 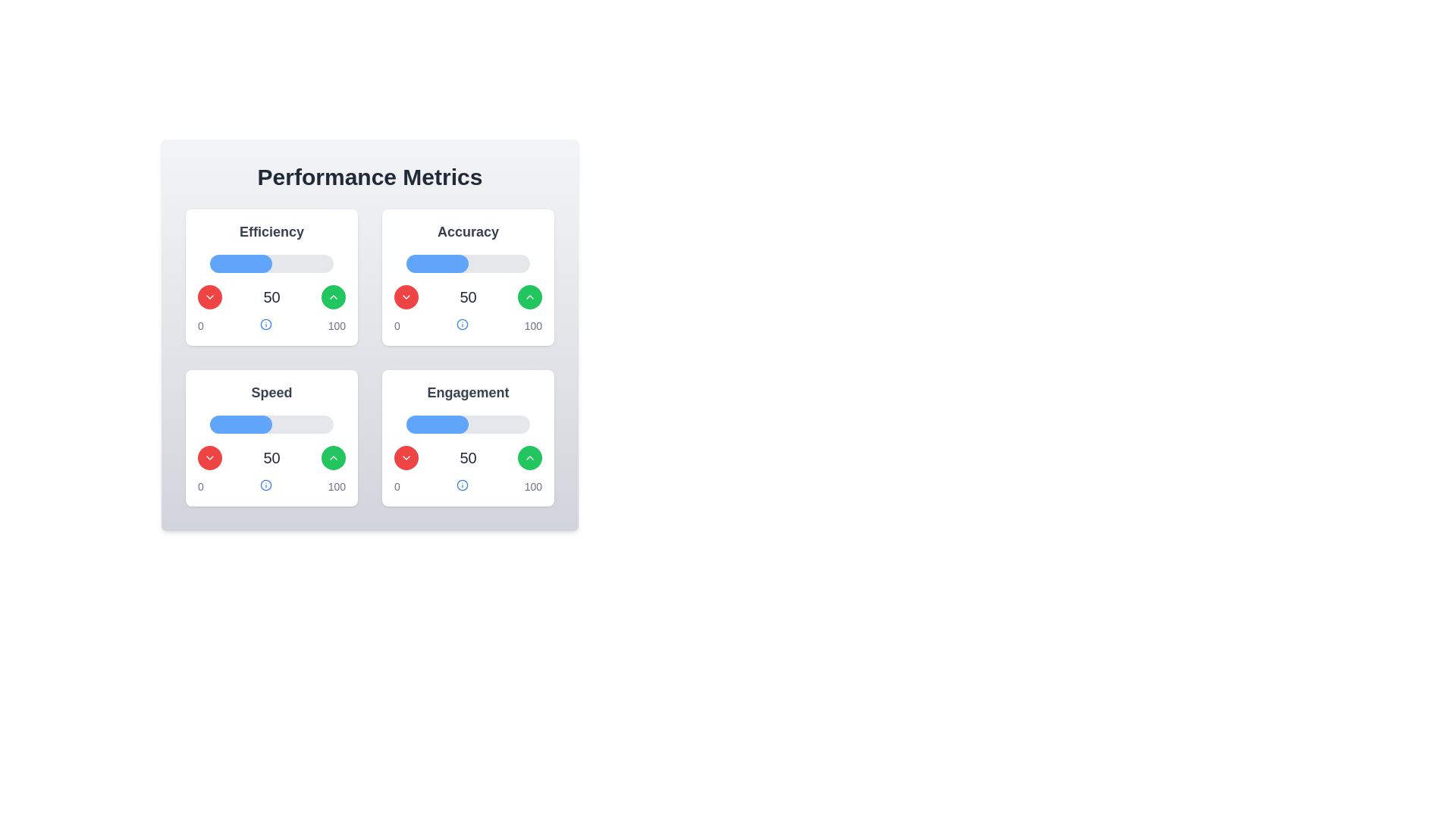 What do you see at coordinates (265, 324) in the screenshot?
I see `the Icon representing additional information in the Efficiency card, located in the top-left quadrant of the Performance Metrics section, near the center below the number '50'` at bounding box center [265, 324].